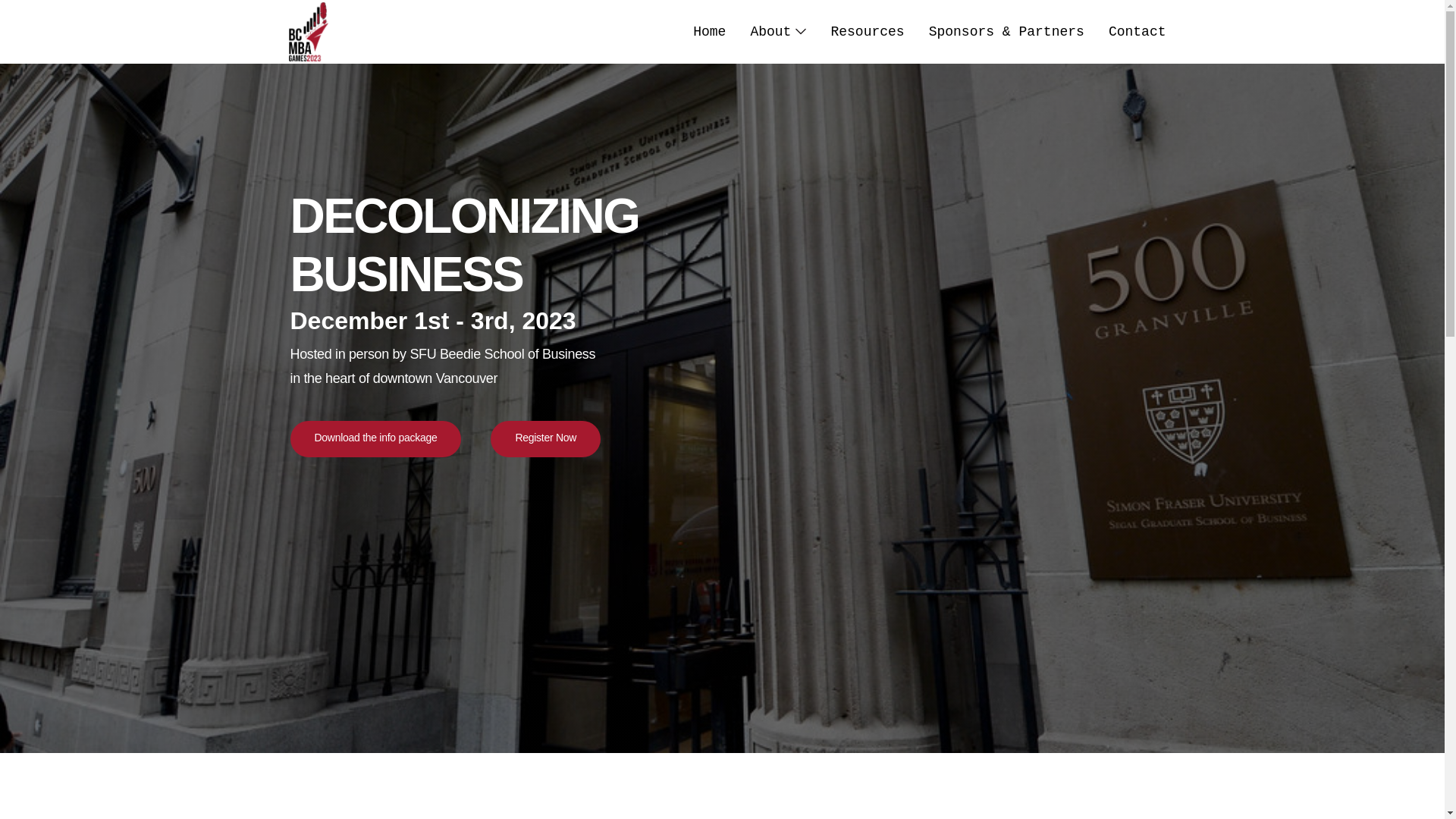  I want to click on 'Home', so click(708, 32).